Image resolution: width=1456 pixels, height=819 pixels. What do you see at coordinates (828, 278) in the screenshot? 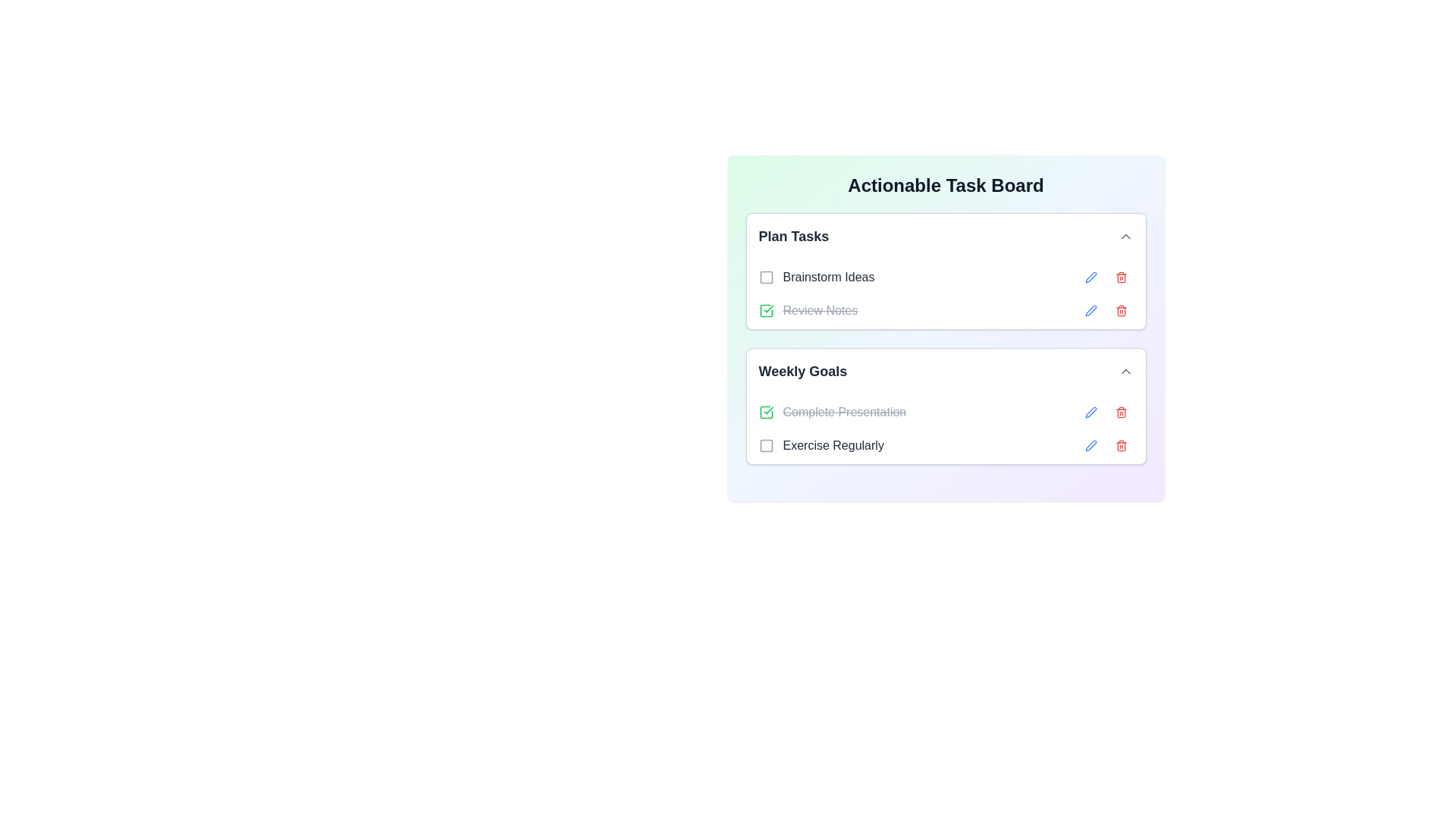
I see `non-interactive text label displaying the task name 'Brainstorm Ideas' located in the 'Plan Tasks' section of the 'Actionable Task Board.'` at bounding box center [828, 278].